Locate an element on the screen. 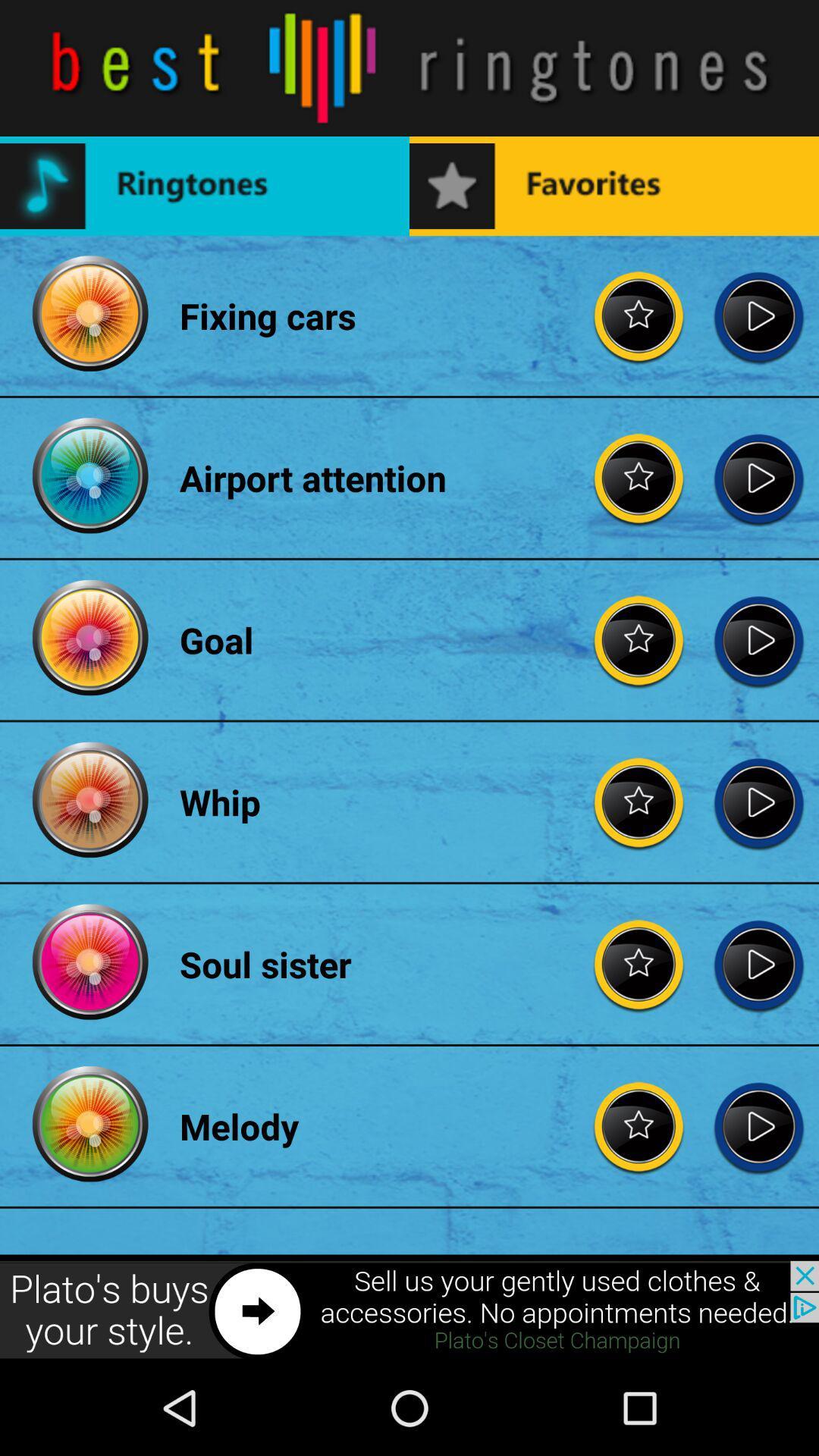 The image size is (819, 1456). icone is located at coordinates (409, 1310).